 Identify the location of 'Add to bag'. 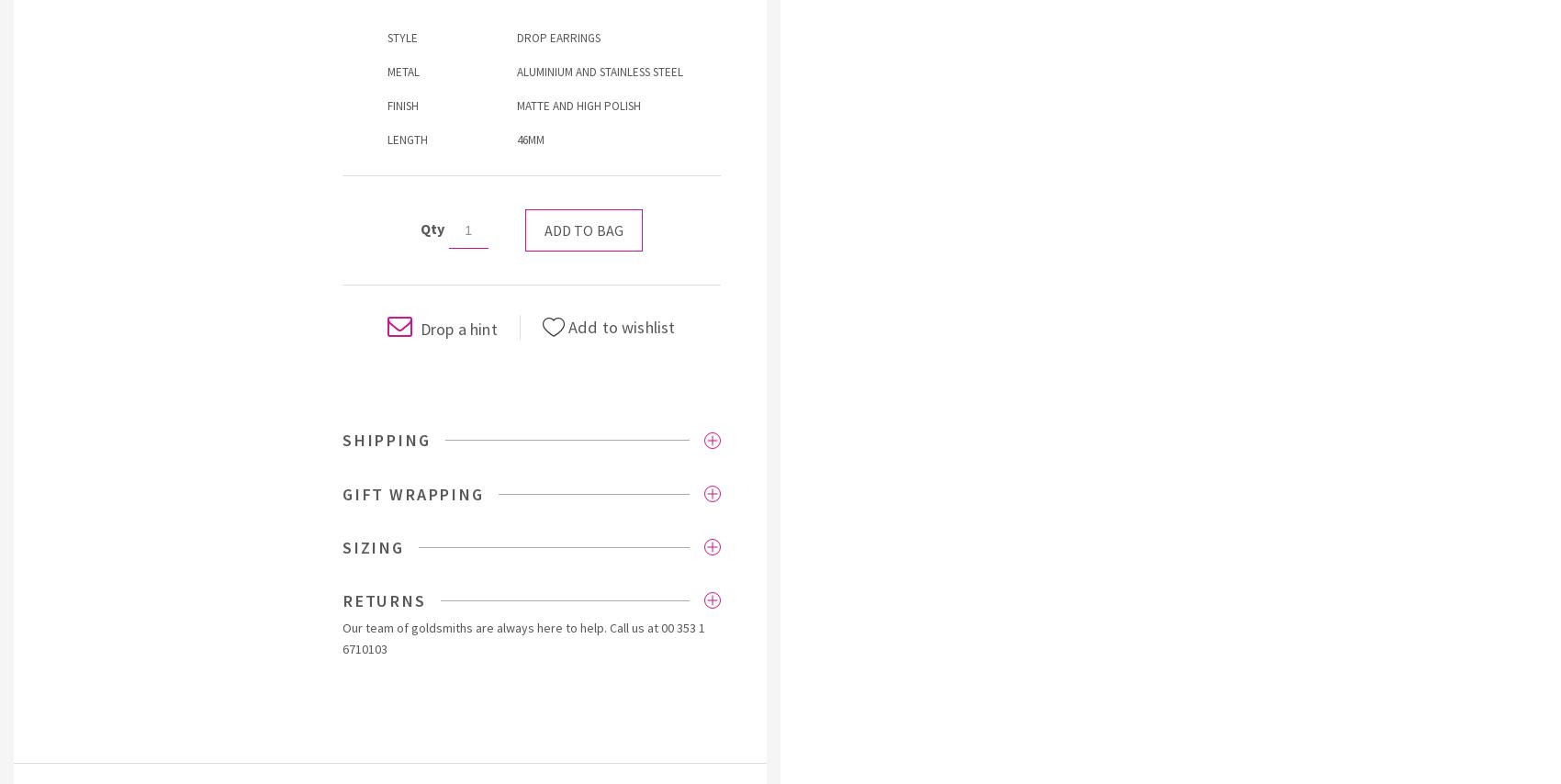
(582, 229).